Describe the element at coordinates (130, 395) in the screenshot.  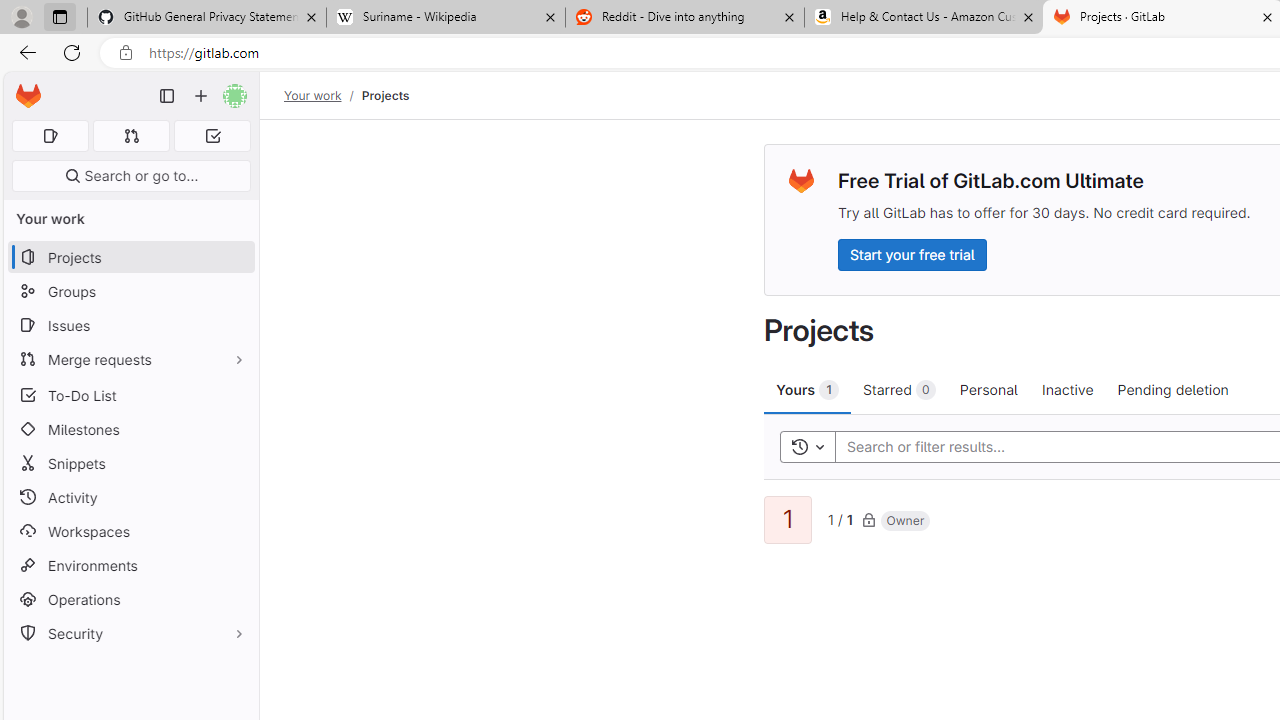
I see `'To-Do List'` at that location.